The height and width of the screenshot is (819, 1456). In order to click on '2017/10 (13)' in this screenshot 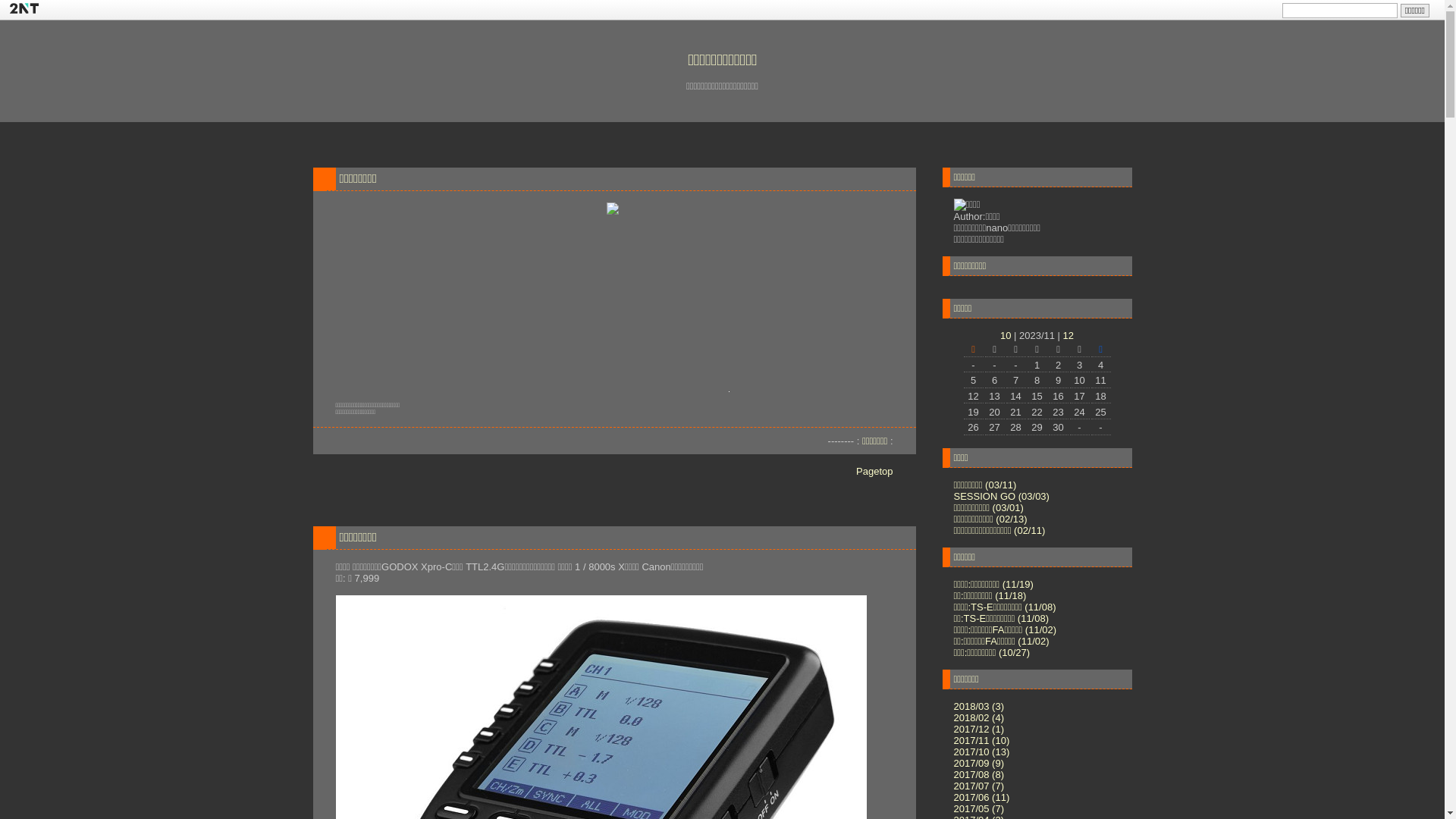, I will do `click(982, 752)`.